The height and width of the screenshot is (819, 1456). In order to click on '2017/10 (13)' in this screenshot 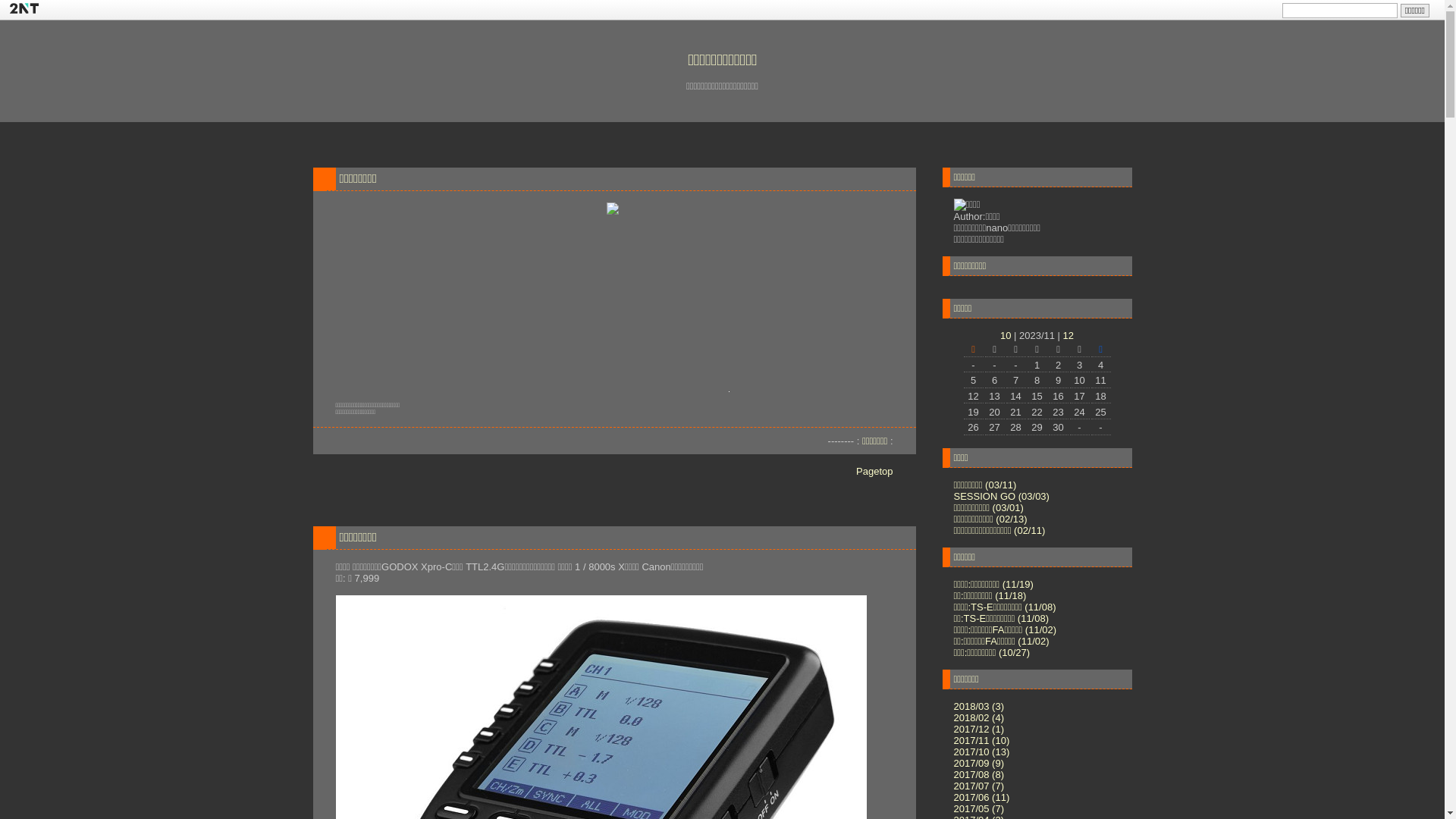, I will do `click(982, 752)`.